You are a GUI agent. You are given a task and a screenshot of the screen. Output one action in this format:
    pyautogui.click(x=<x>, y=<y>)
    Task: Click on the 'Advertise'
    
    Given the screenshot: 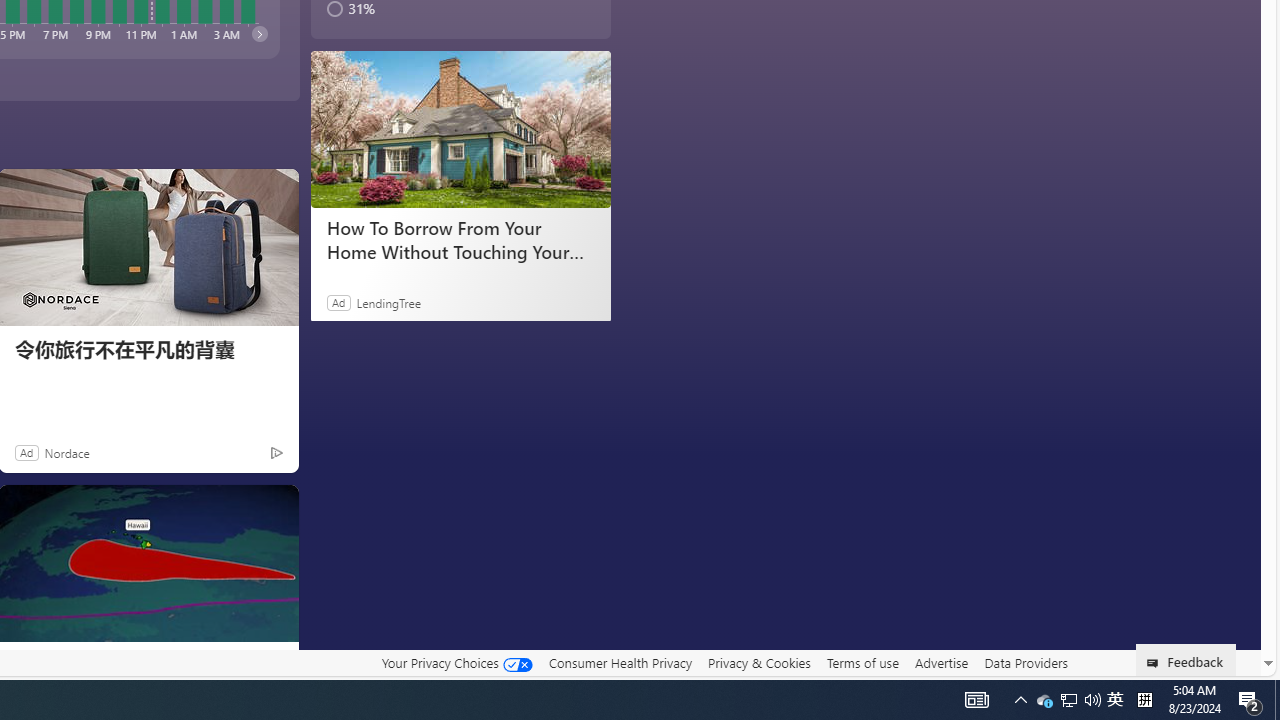 What is the action you would take?
    pyautogui.click(x=940, y=662)
    